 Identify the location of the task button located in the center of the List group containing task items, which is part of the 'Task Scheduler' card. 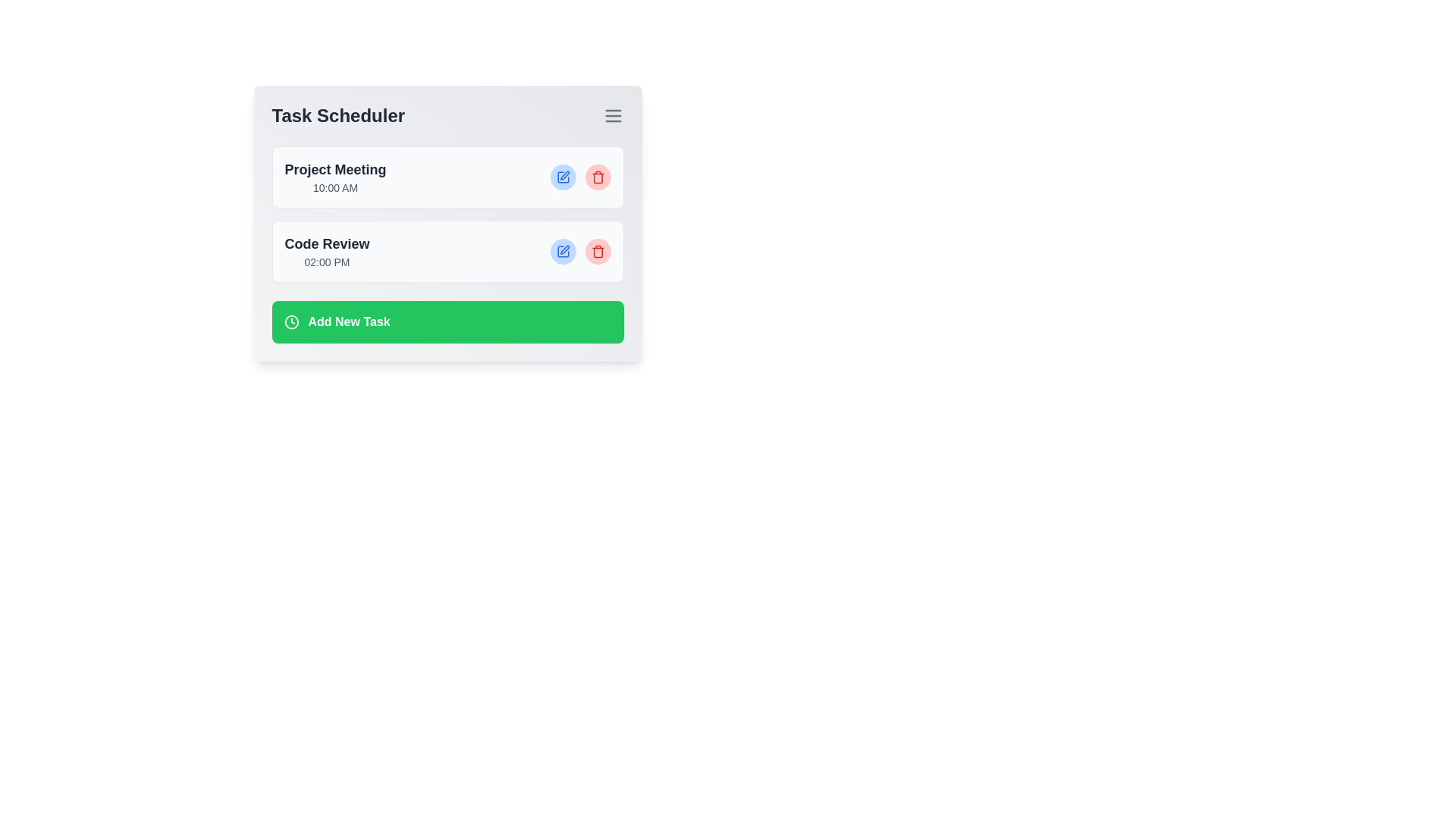
(447, 214).